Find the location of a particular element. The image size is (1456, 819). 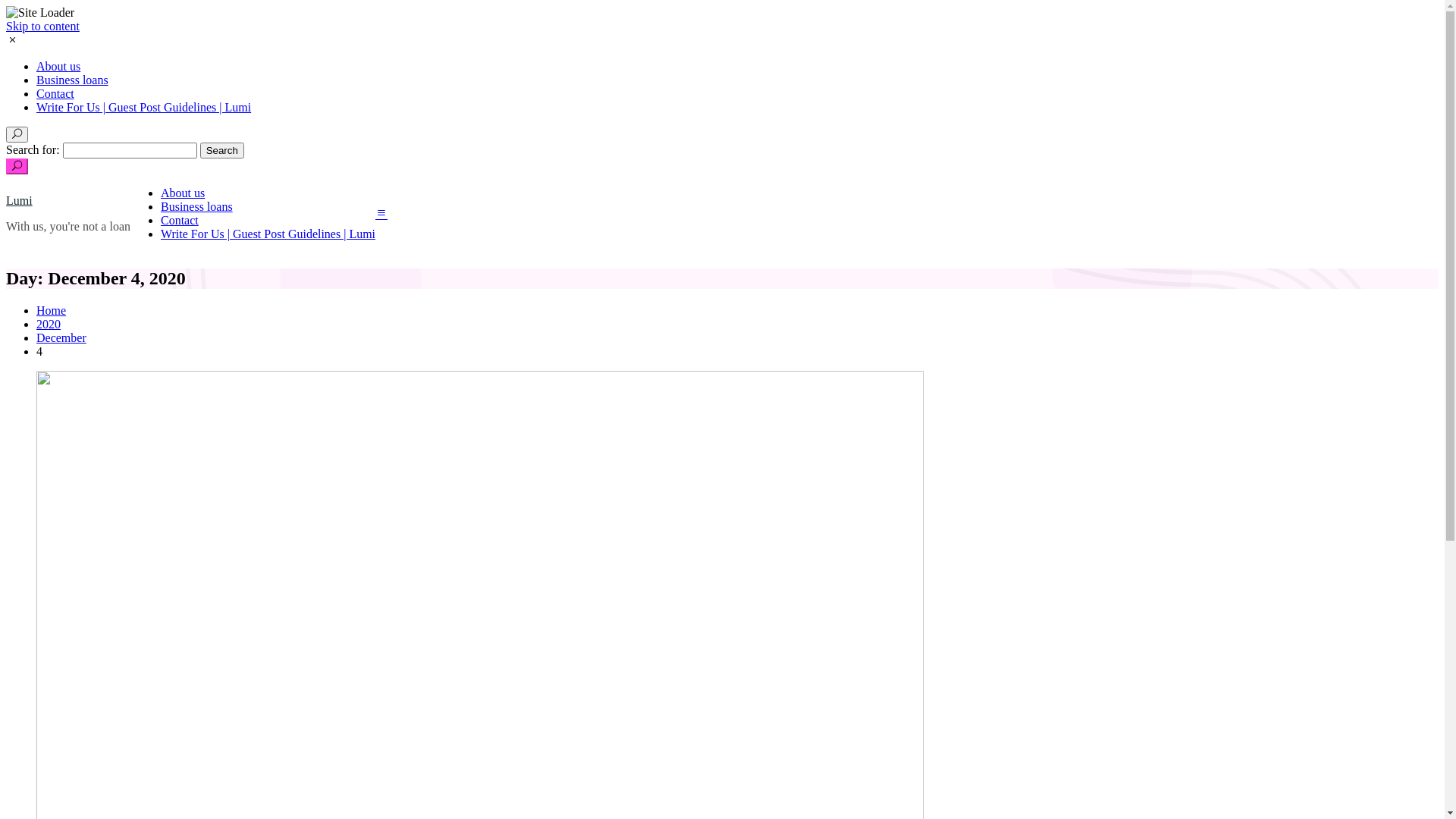

'Skip to content' is located at coordinates (42, 26).